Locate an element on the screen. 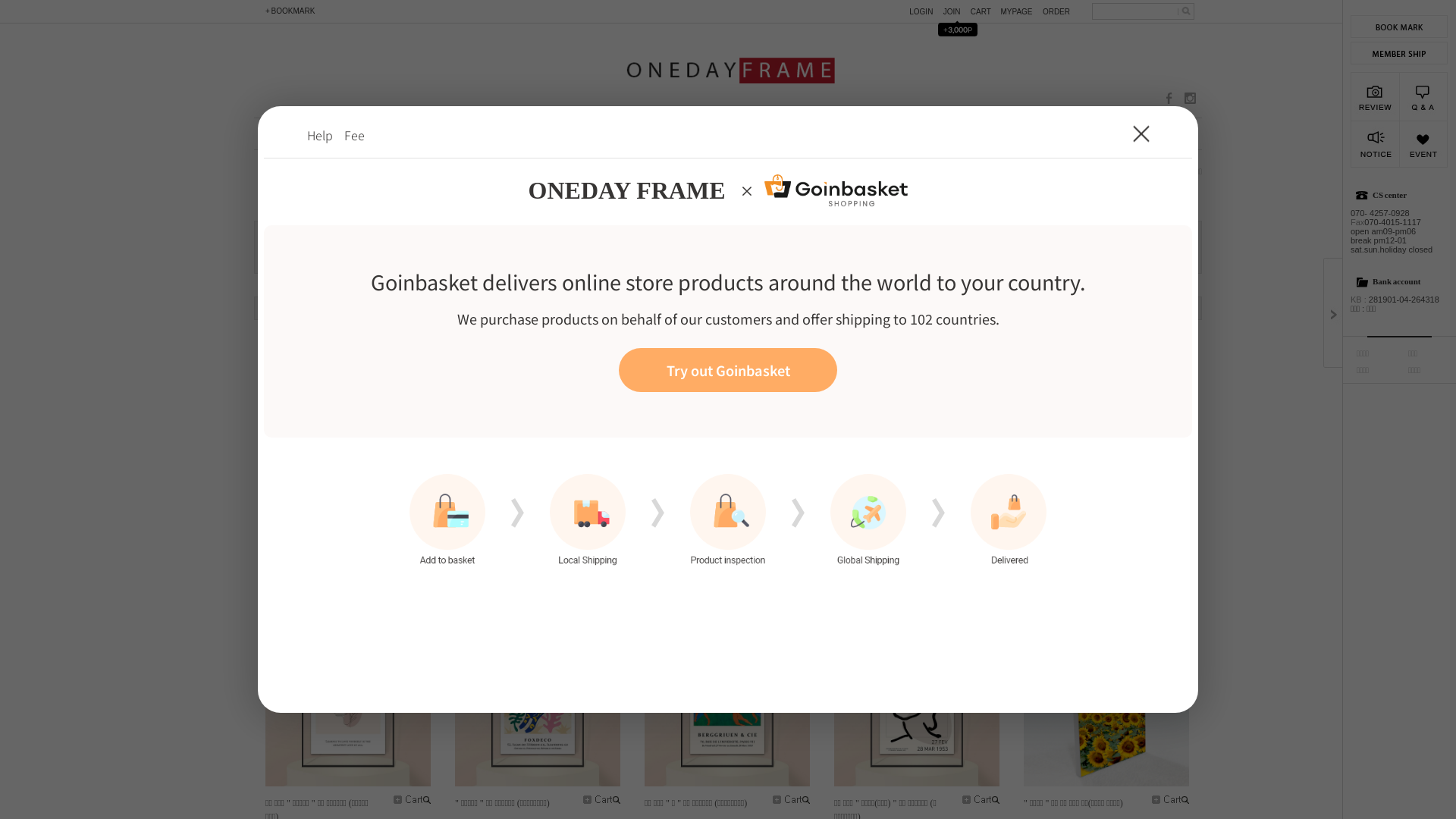  '+ BOOKMARK' is located at coordinates (287, 11).